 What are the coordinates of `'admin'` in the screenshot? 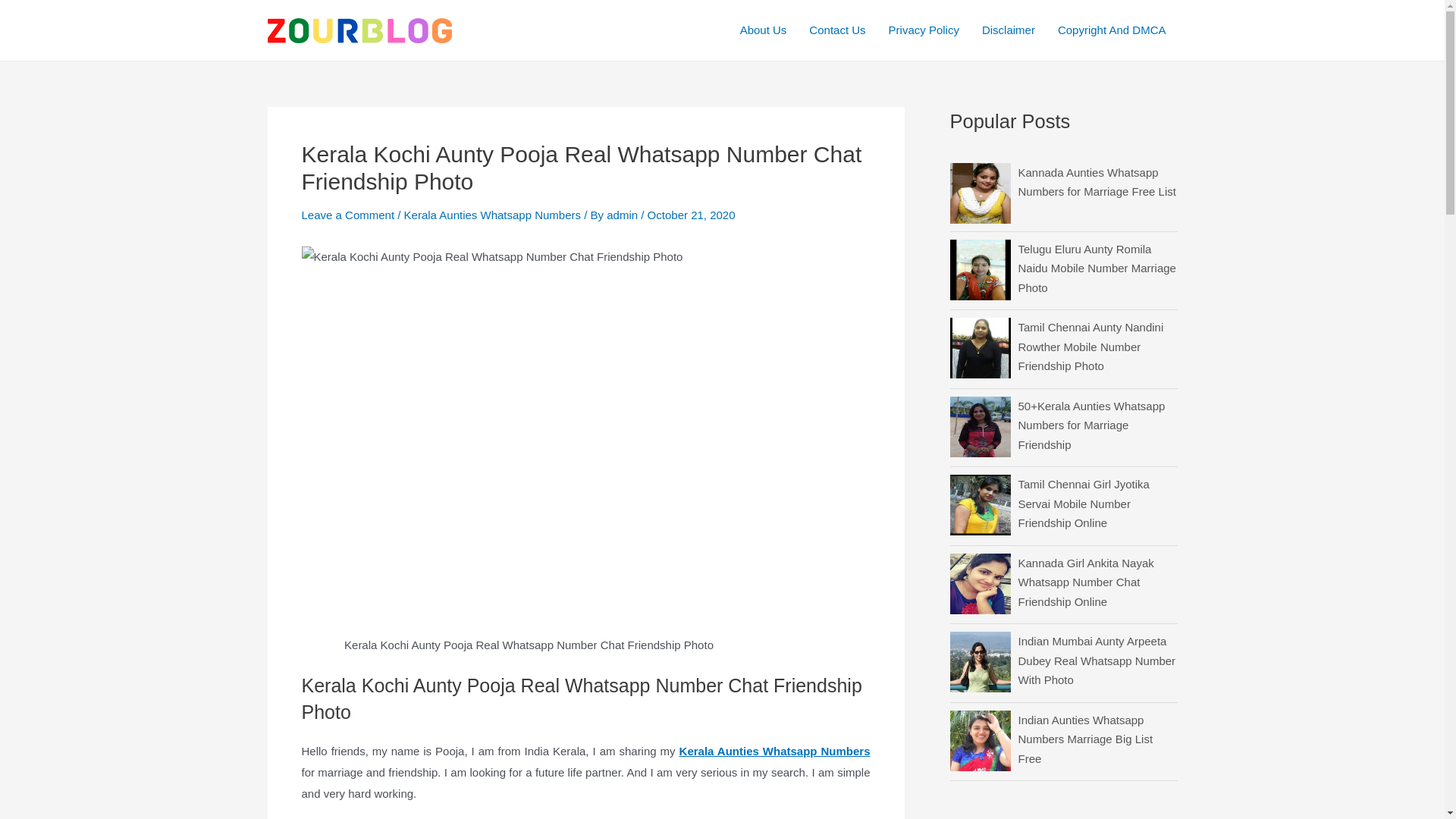 It's located at (623, 215).